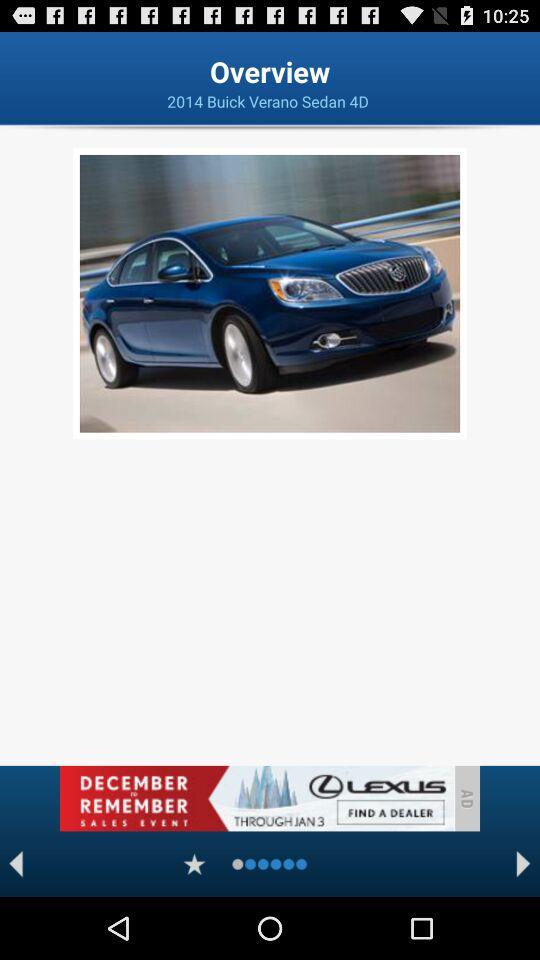 This screenshot has height=960, width=540. Describe the element at coordinates (523, 863) in the screenshot. I see `see next photo` at that location.